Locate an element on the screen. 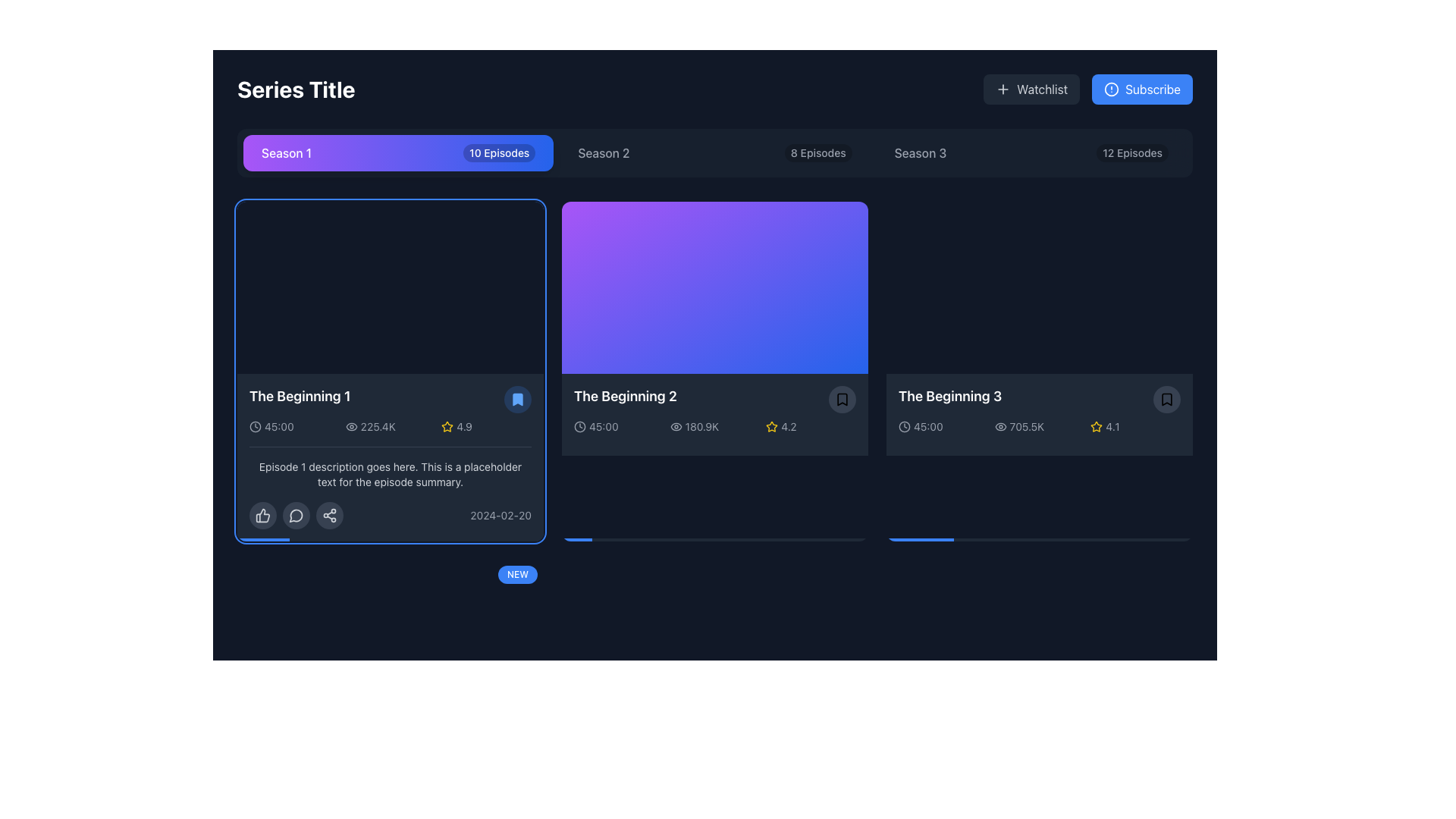  the decorative yellow star icon located in the rating section of the card labeled 'The Beginning 3', positioned to the left of the numerical rating value is located at coordinates (1097, 426).